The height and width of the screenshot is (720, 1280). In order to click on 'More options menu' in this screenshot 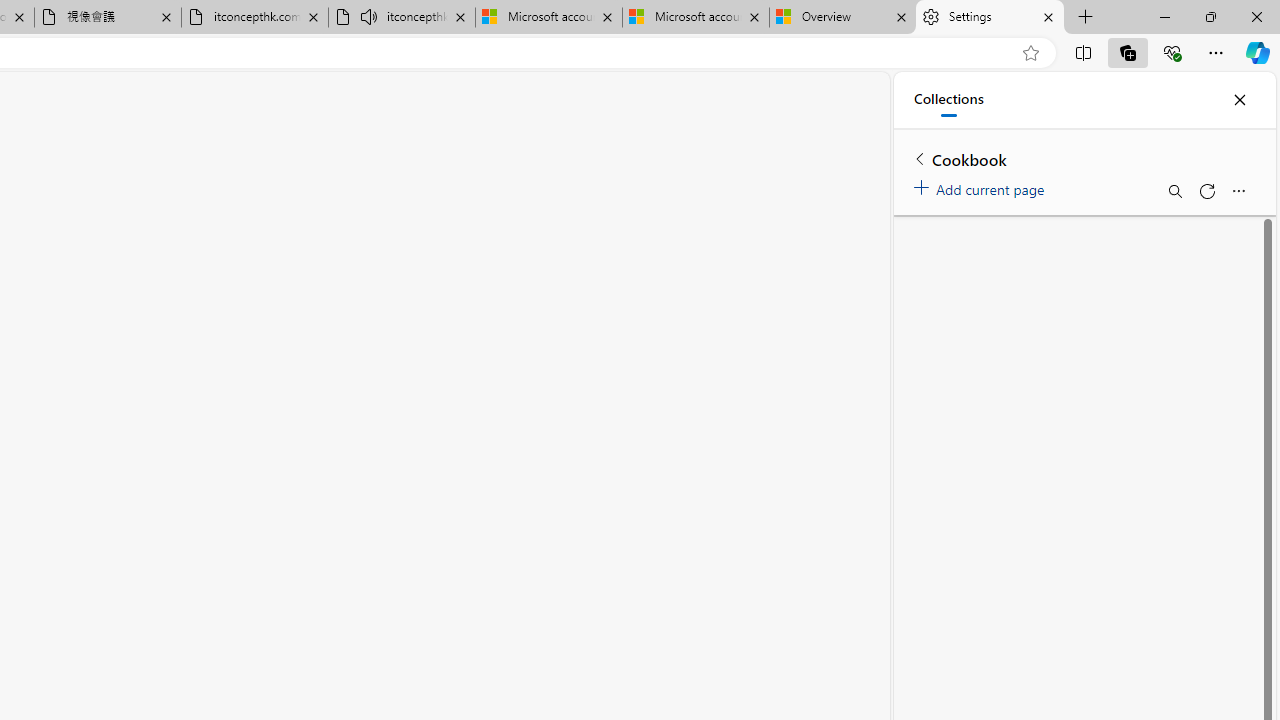, I will do `click(1237, 191)`.